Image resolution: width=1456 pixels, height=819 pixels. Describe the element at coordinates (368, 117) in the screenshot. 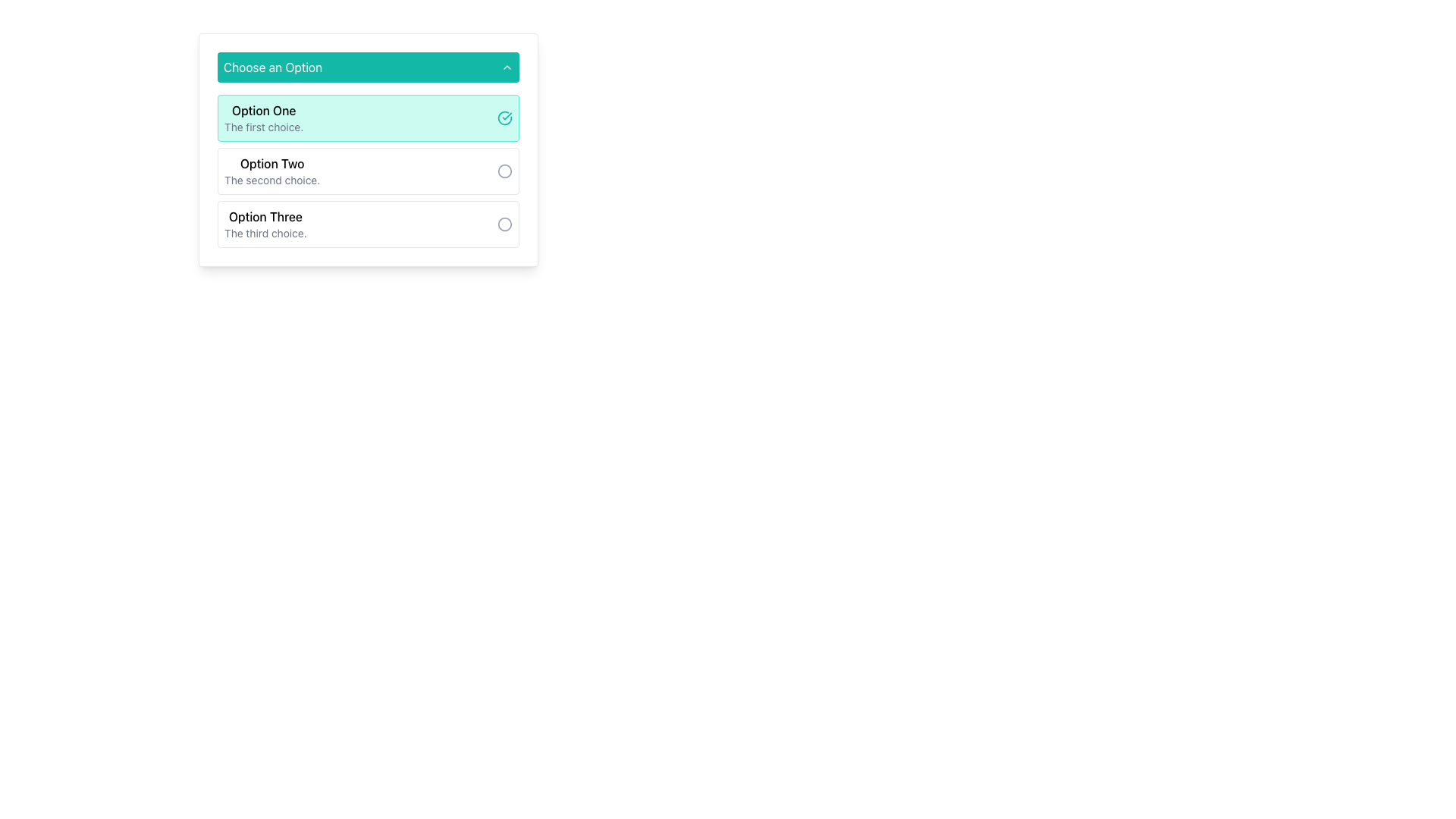

I see `the first clickable list item representing 'Option One' in the vertically stacked group of choices` at that location.